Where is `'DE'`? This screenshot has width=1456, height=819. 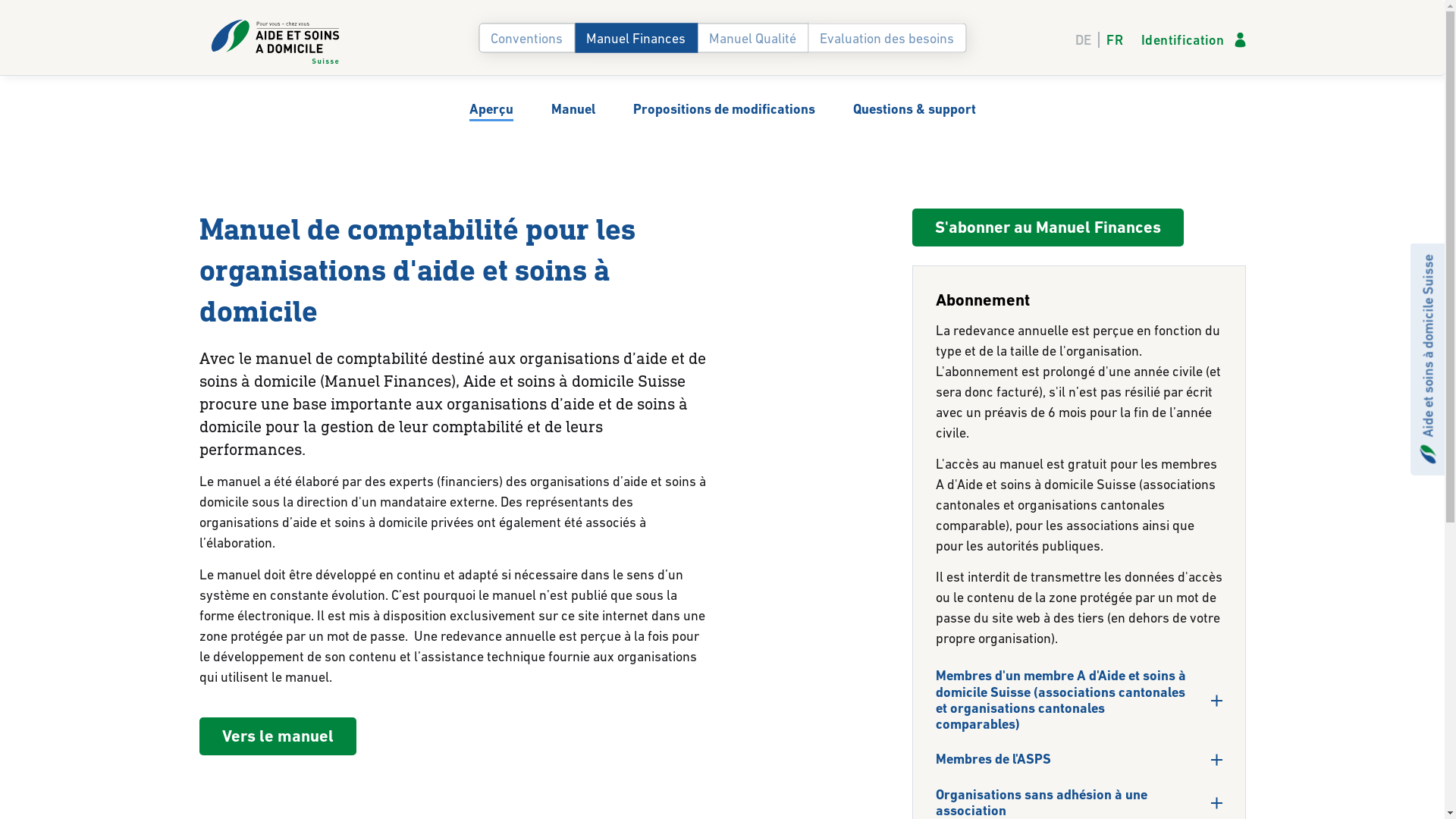 'DE' is located at coordinates (1087, 39).